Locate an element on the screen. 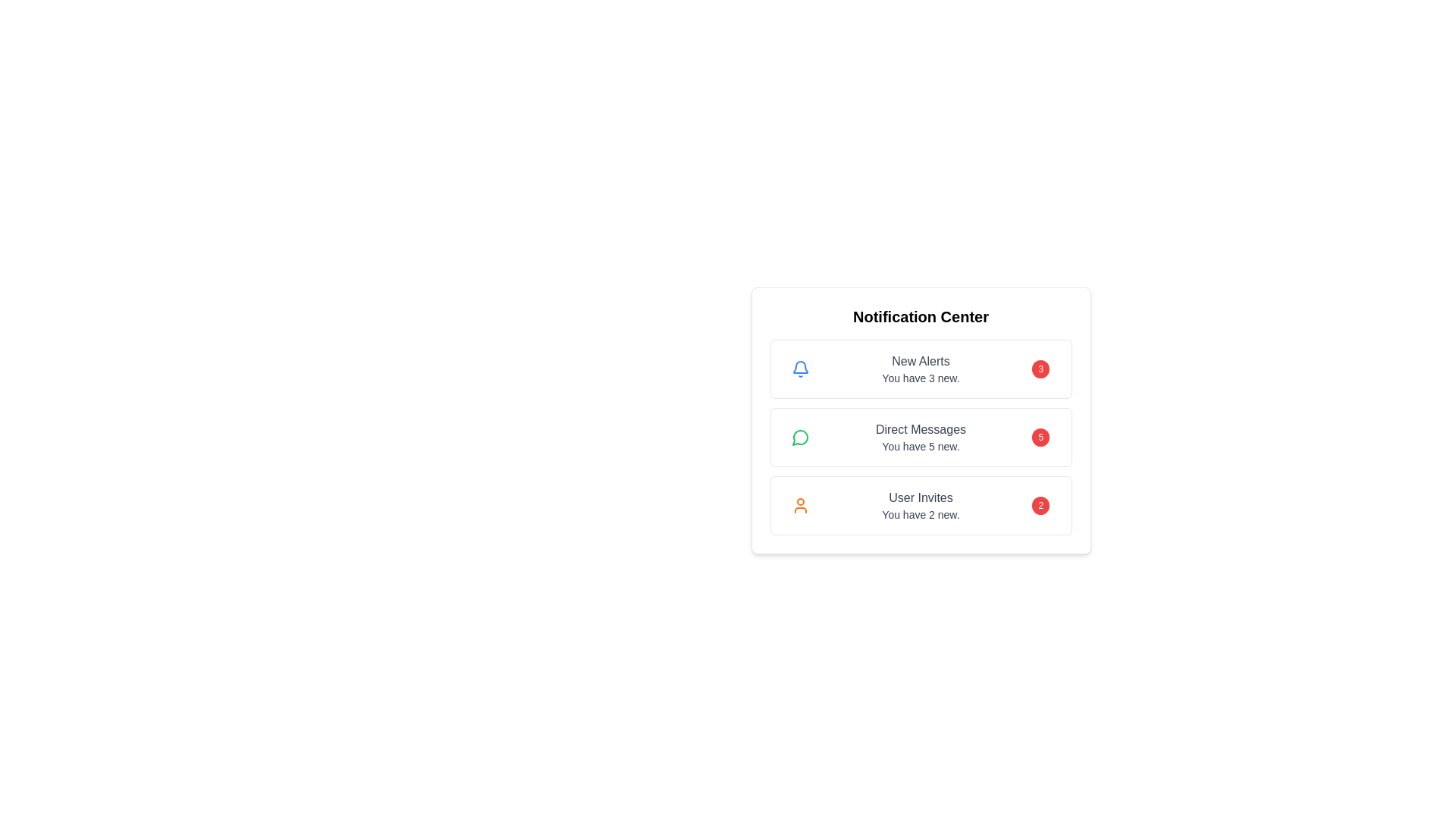 This screenshot has width=1456, height=819. the notification number displayed on the Notification badge indicating '3 new' alerts in the Notification Center is located at coordinates (1040, 369).